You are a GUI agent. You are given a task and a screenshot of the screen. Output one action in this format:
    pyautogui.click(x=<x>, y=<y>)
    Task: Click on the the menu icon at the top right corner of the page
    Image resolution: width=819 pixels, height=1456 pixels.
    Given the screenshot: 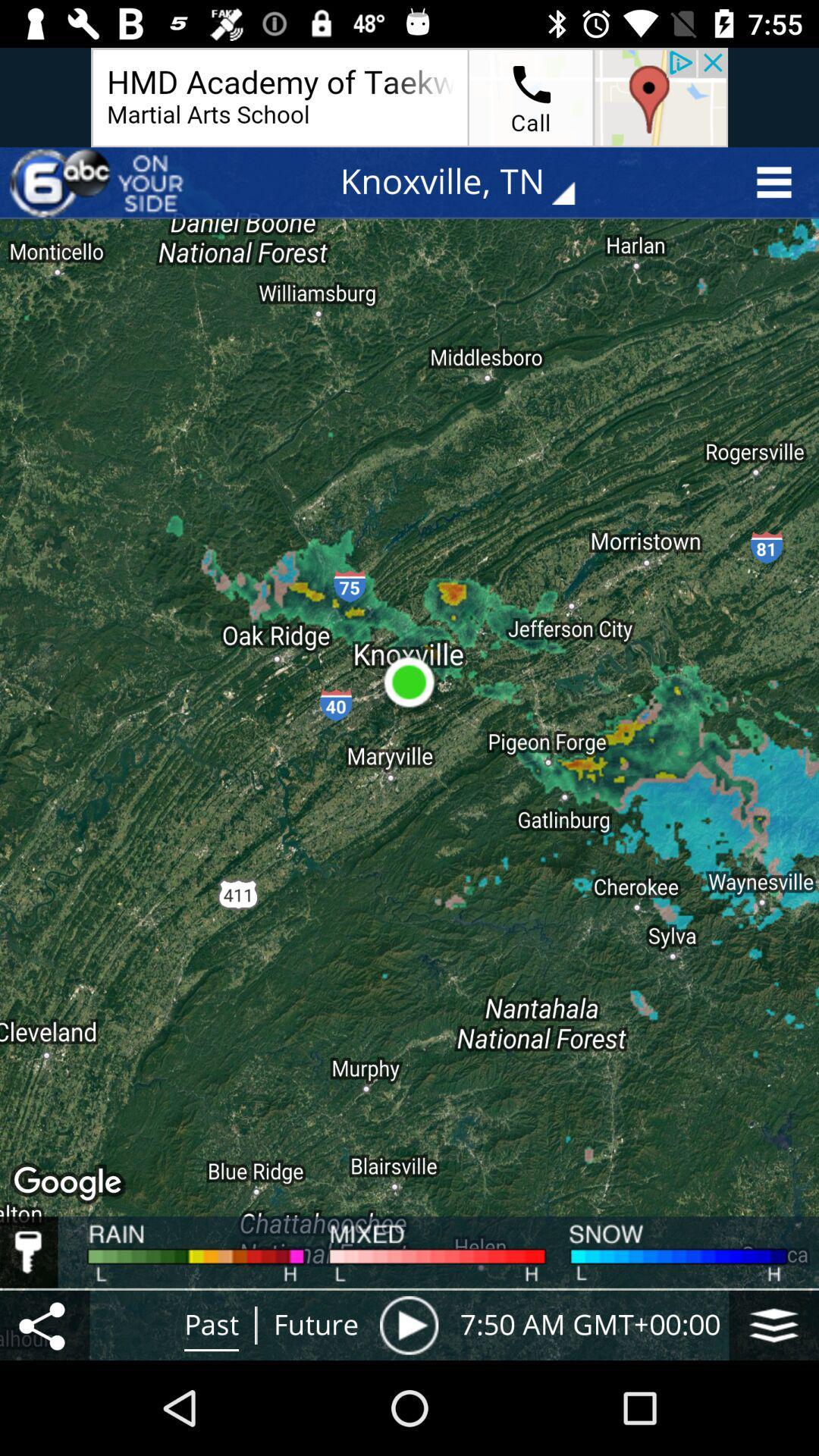 What is the action you would take?
    pyautogui.click(x=778, y=182)
    